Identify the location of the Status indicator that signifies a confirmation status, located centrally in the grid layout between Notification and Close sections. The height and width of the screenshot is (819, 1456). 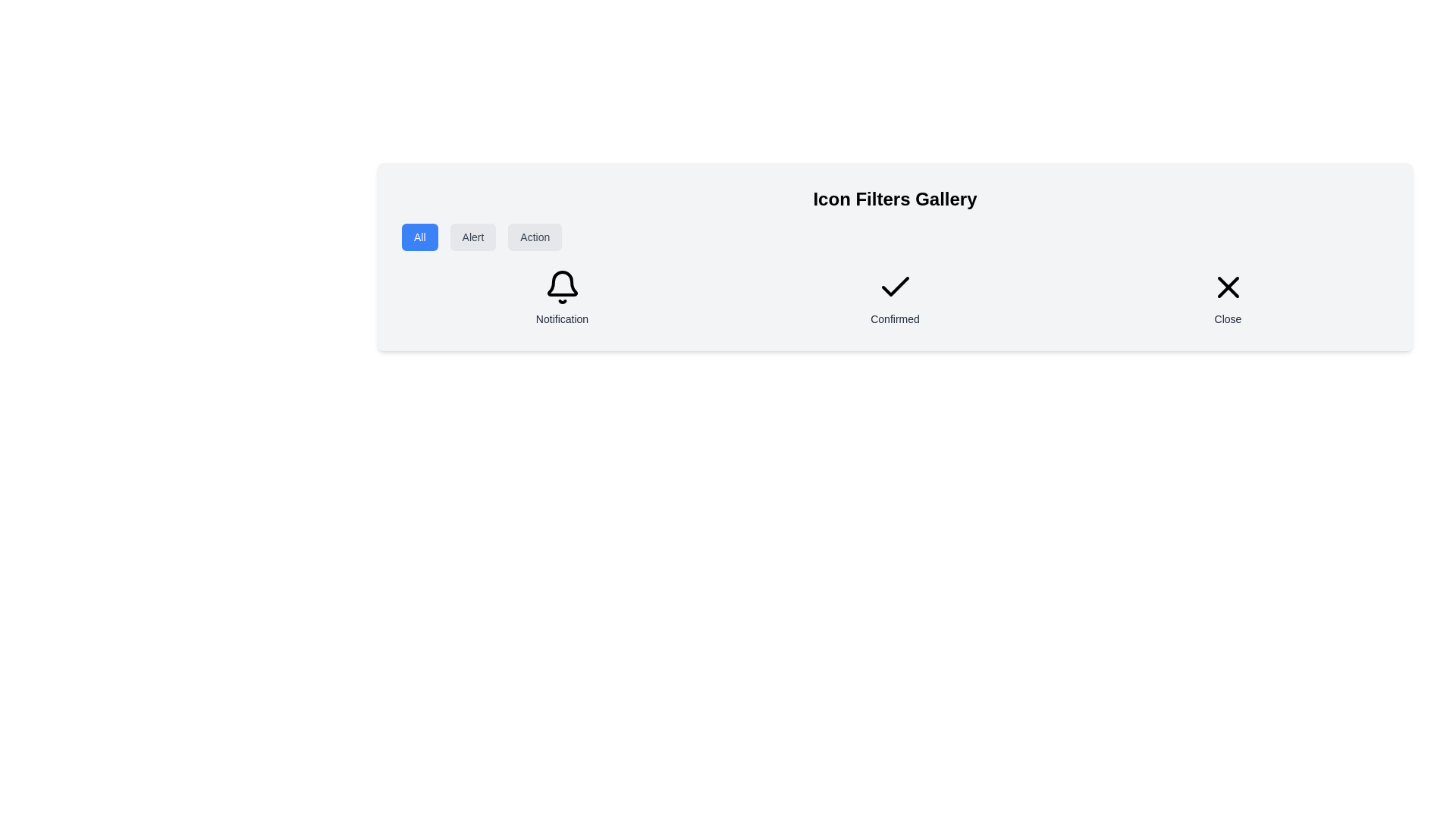
(895, 298).